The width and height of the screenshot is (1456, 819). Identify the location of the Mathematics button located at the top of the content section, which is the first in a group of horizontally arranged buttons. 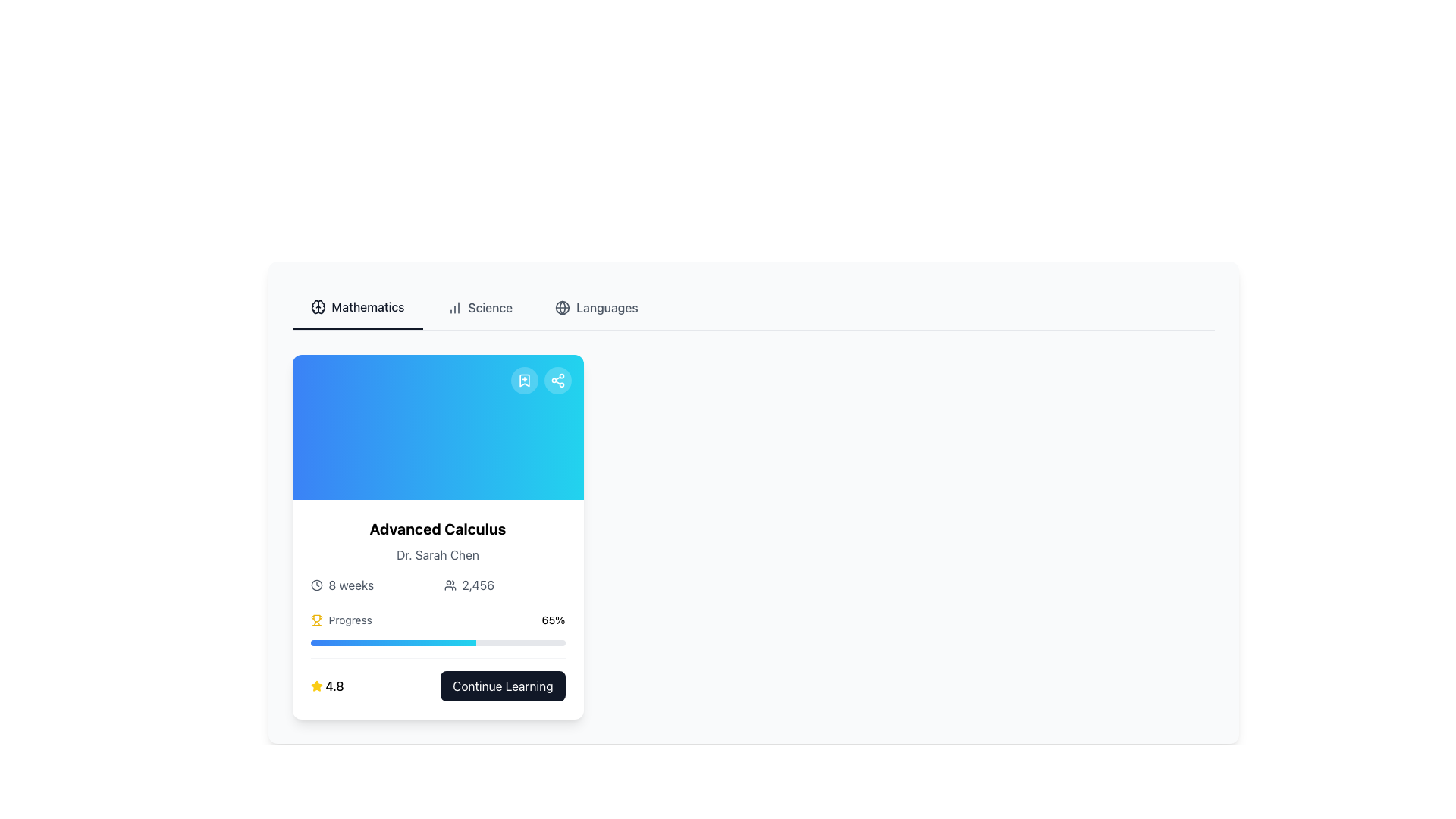
(356, 307).